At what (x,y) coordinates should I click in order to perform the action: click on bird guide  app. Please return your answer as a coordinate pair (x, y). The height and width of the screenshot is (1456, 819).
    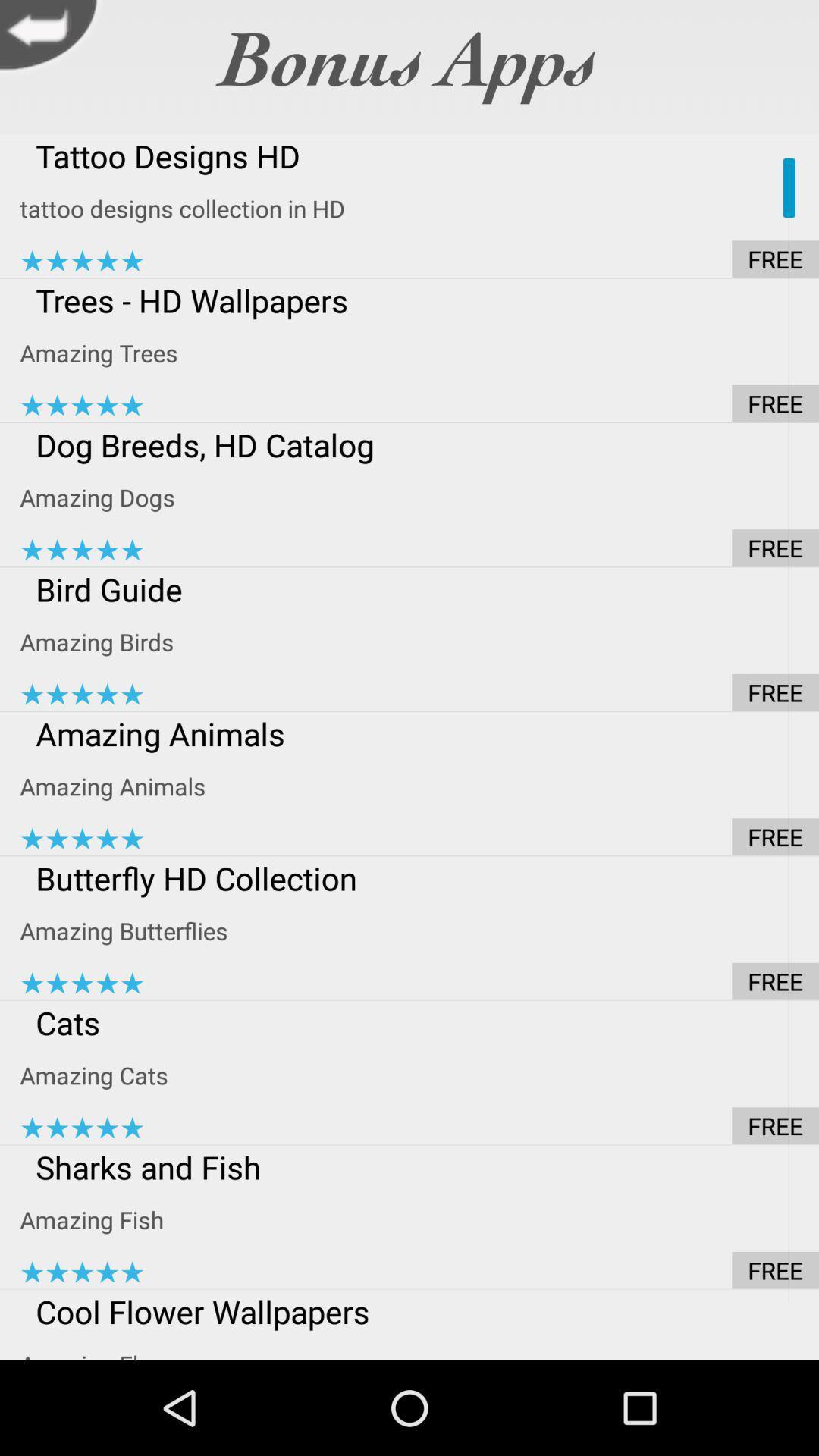
    Looking at the image, I should click on (419, 588).